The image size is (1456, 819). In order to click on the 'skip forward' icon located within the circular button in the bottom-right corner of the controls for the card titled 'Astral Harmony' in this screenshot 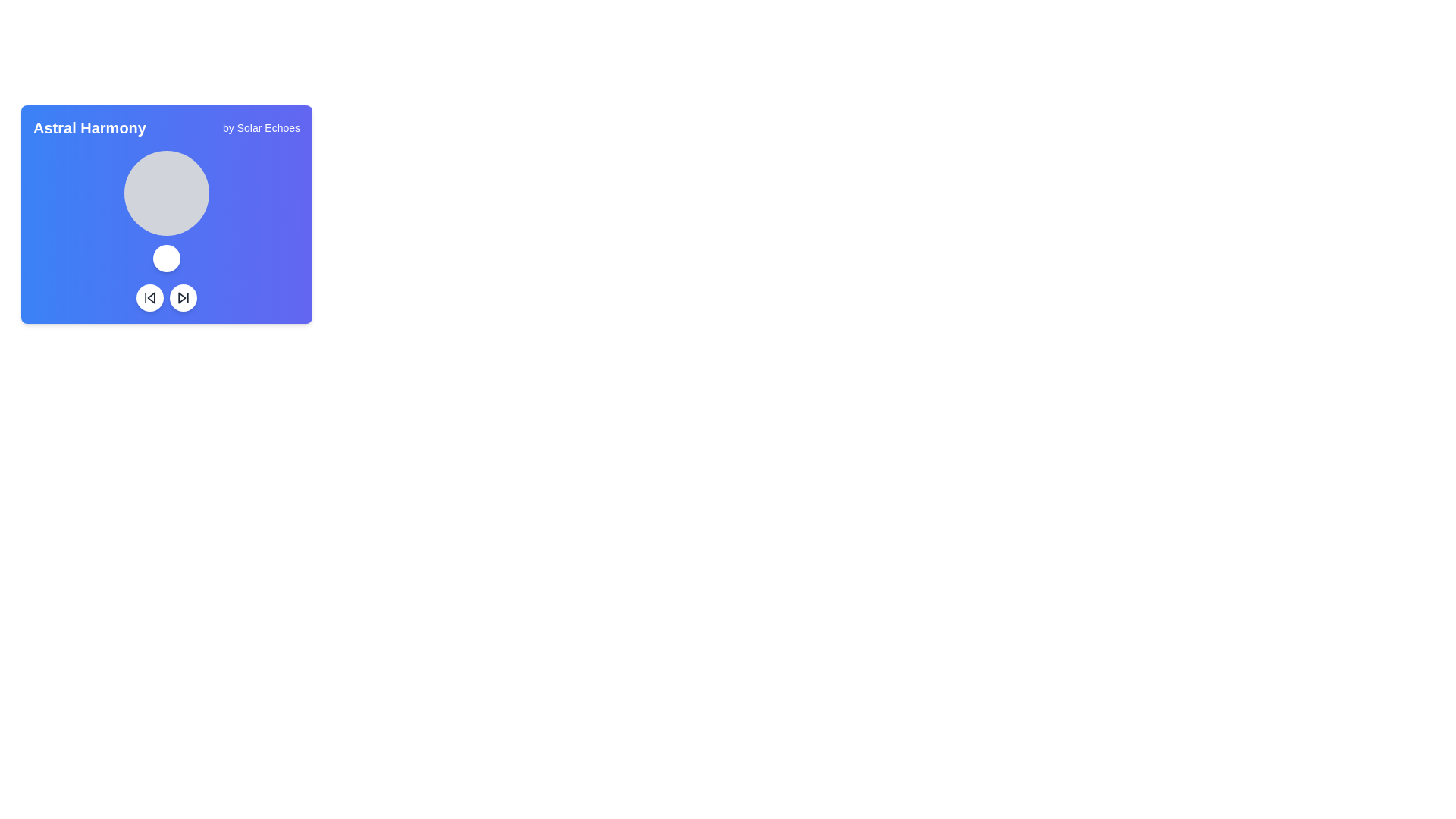, I will do `click(182, 298)`.